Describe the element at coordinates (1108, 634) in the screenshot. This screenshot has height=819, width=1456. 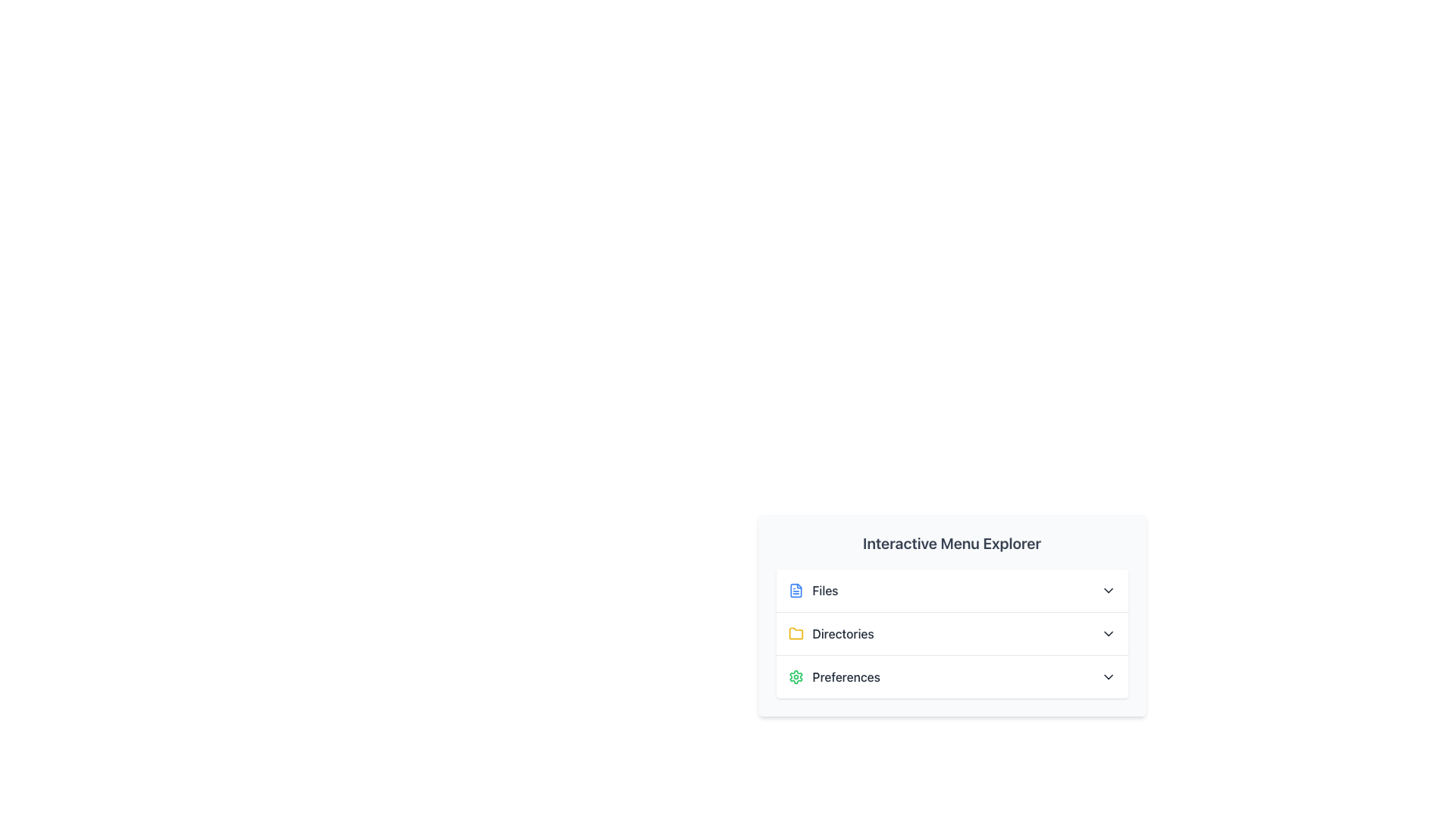
I see `the downward-pointing chevron icon located to the right of the 'Directories' text label in the menu, positioned in the second row` at that location.